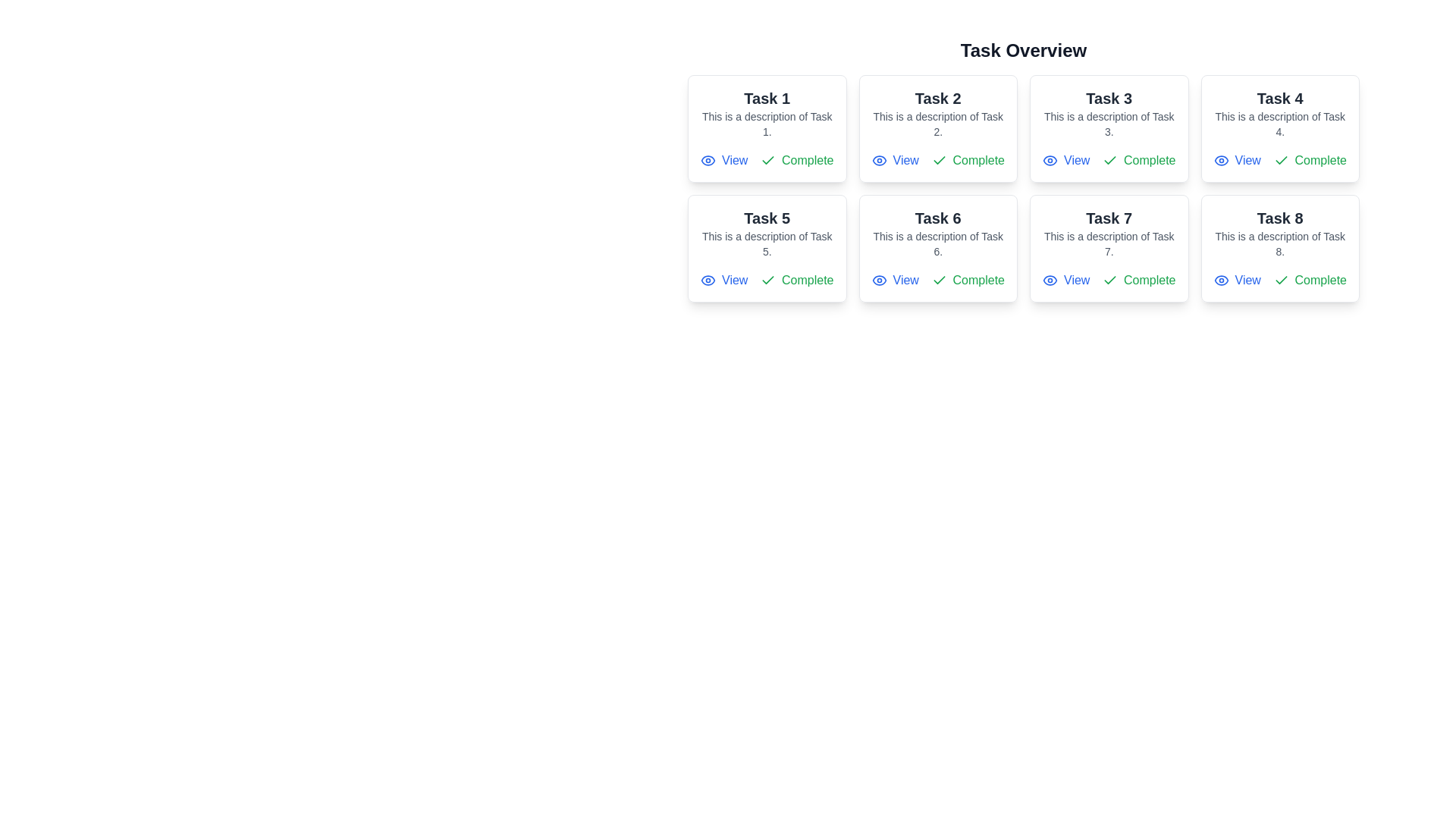 The height and width of the screenshot is (819, 1456). Describe the element at coordinates (1050, 161) in the screenshot. I see `the blue eye icon located above the 'View' button within the 'Task 3' task card` at that location.